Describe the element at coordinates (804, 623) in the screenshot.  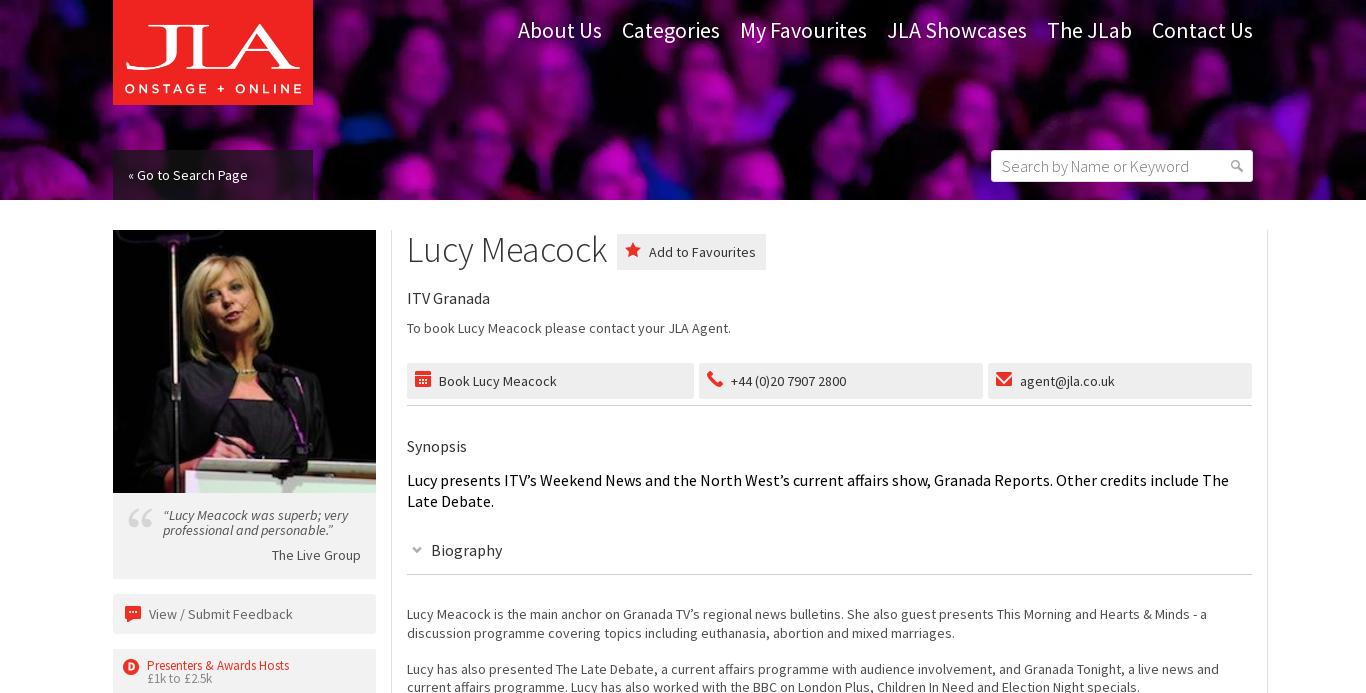
I see `'Lucy Meacock is the main anchor on Granada TV’s regional news bulletins. She also guest presents This Morning and Hearts & Minds - a discussion programme covering topics including euthanasia, abortion and mixed marriages.'` at that location.